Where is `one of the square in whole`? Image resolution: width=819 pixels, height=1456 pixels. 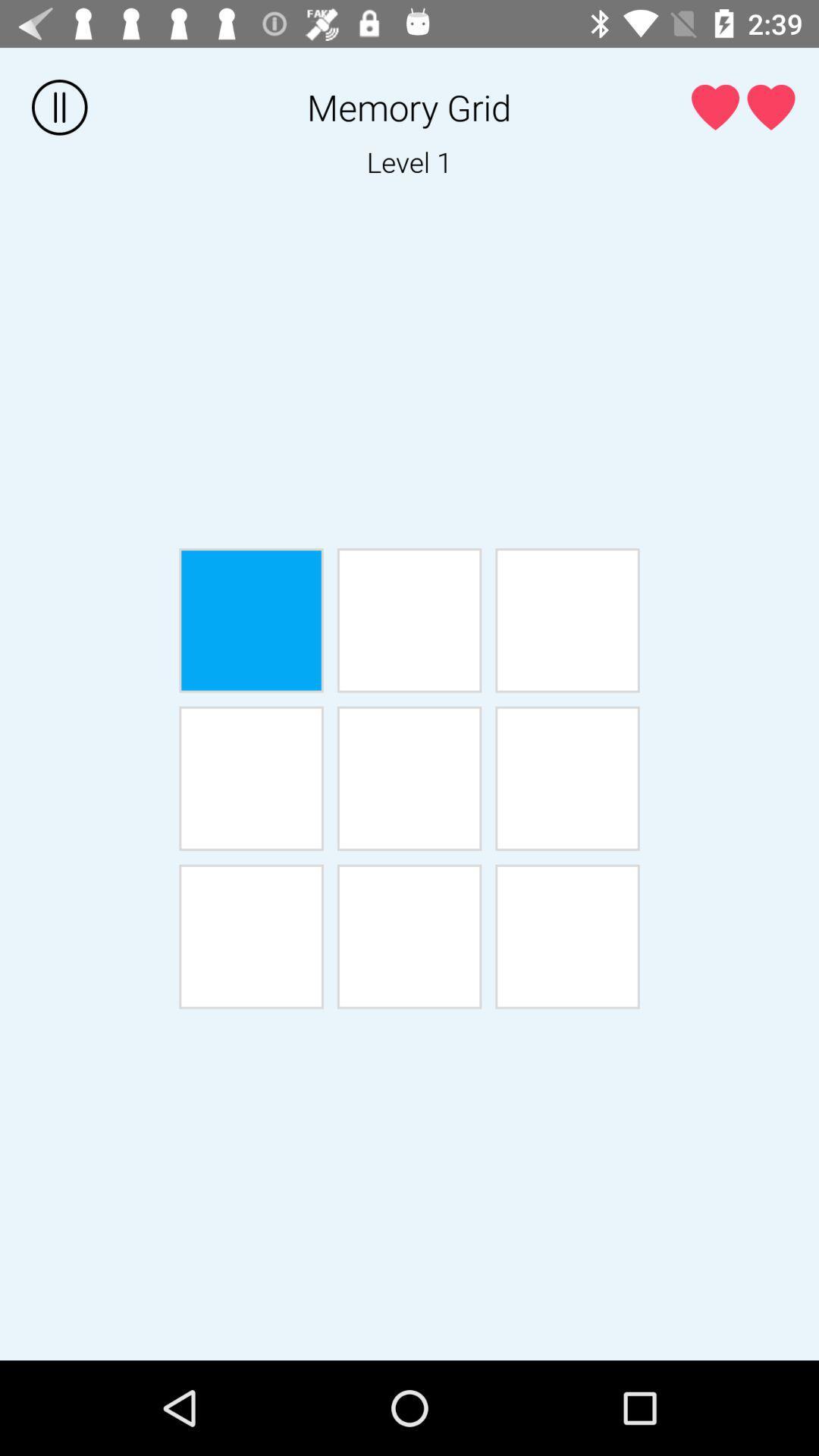 one of the square in whole is located at coordinates (250, 936).